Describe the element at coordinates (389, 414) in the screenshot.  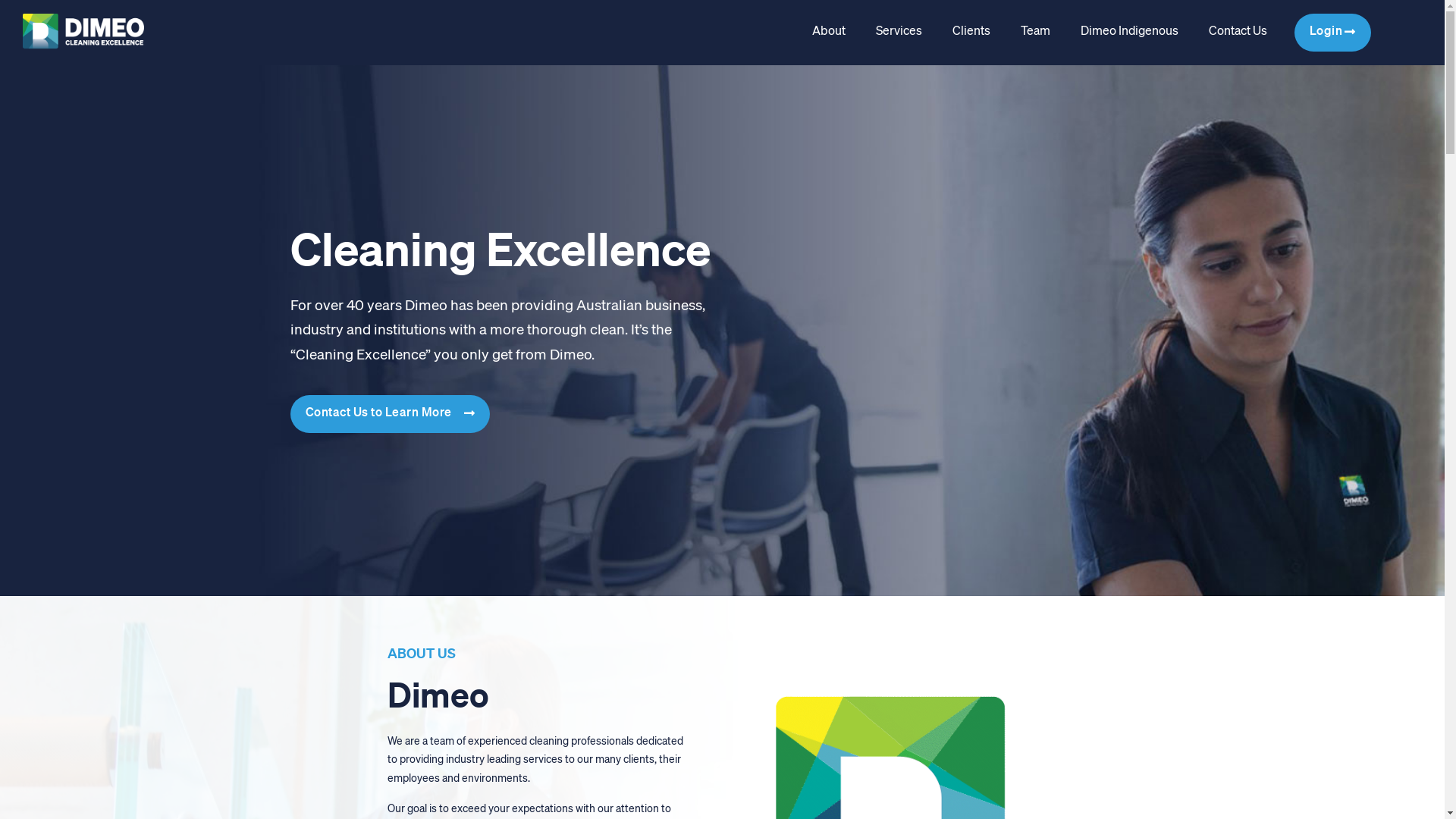
I see `'Contact Us to Learn More'` at that location.